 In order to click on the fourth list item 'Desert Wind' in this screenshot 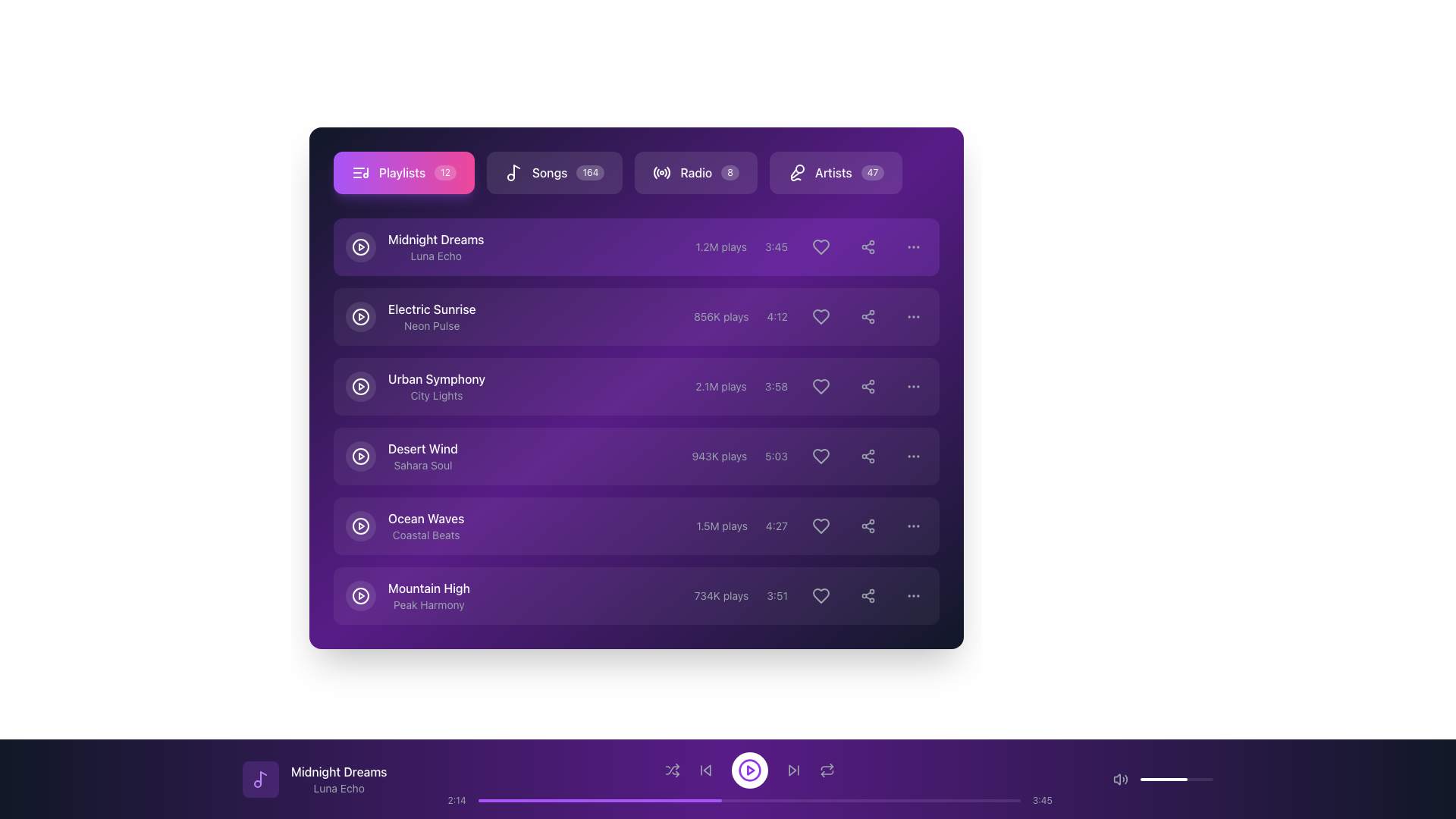, I will do `click(636, 455)`.